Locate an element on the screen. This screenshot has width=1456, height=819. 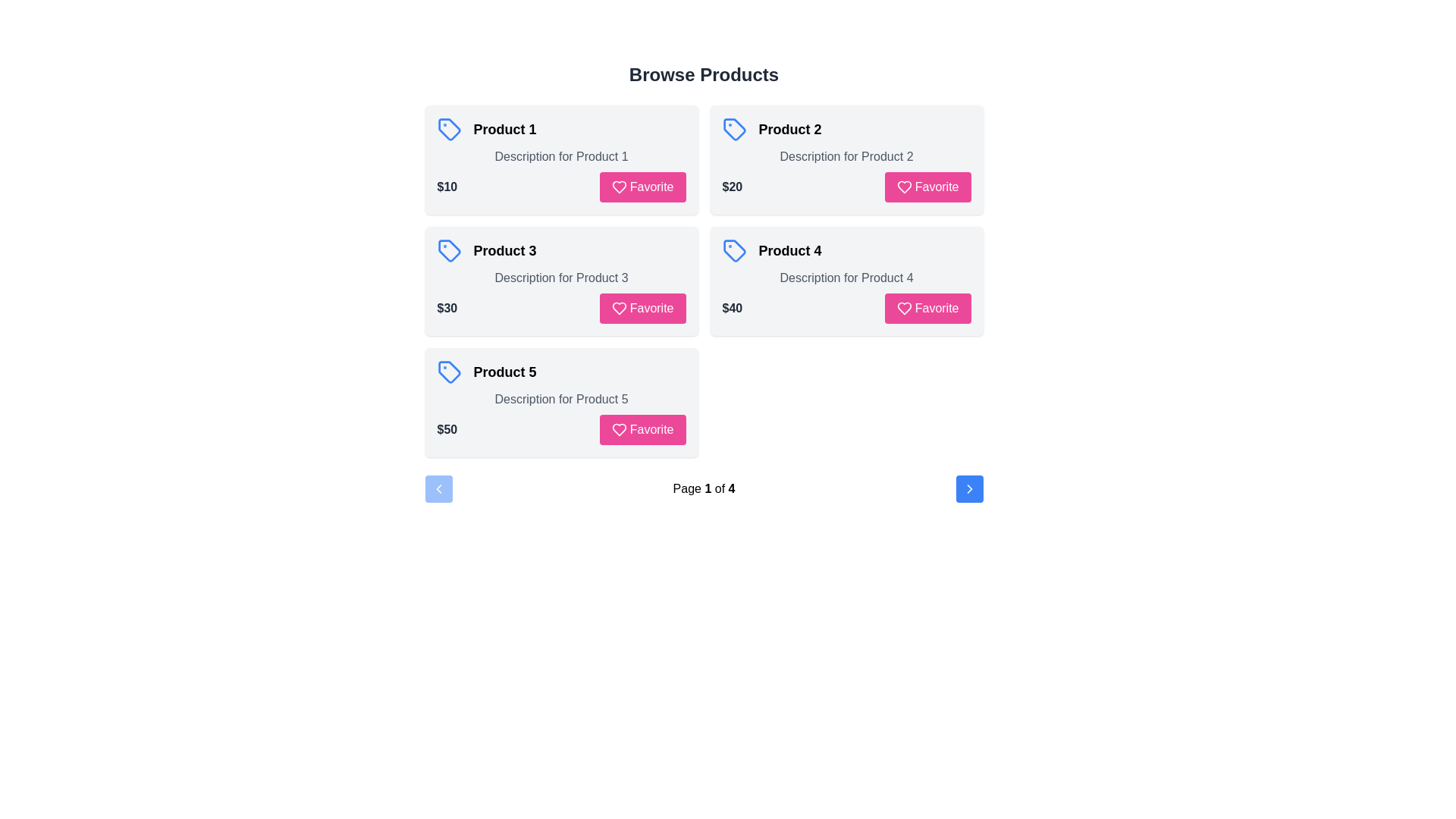
the heart-shaped icon with a pink outline in the 'Favorite' button is located at coordinates (904, 308).